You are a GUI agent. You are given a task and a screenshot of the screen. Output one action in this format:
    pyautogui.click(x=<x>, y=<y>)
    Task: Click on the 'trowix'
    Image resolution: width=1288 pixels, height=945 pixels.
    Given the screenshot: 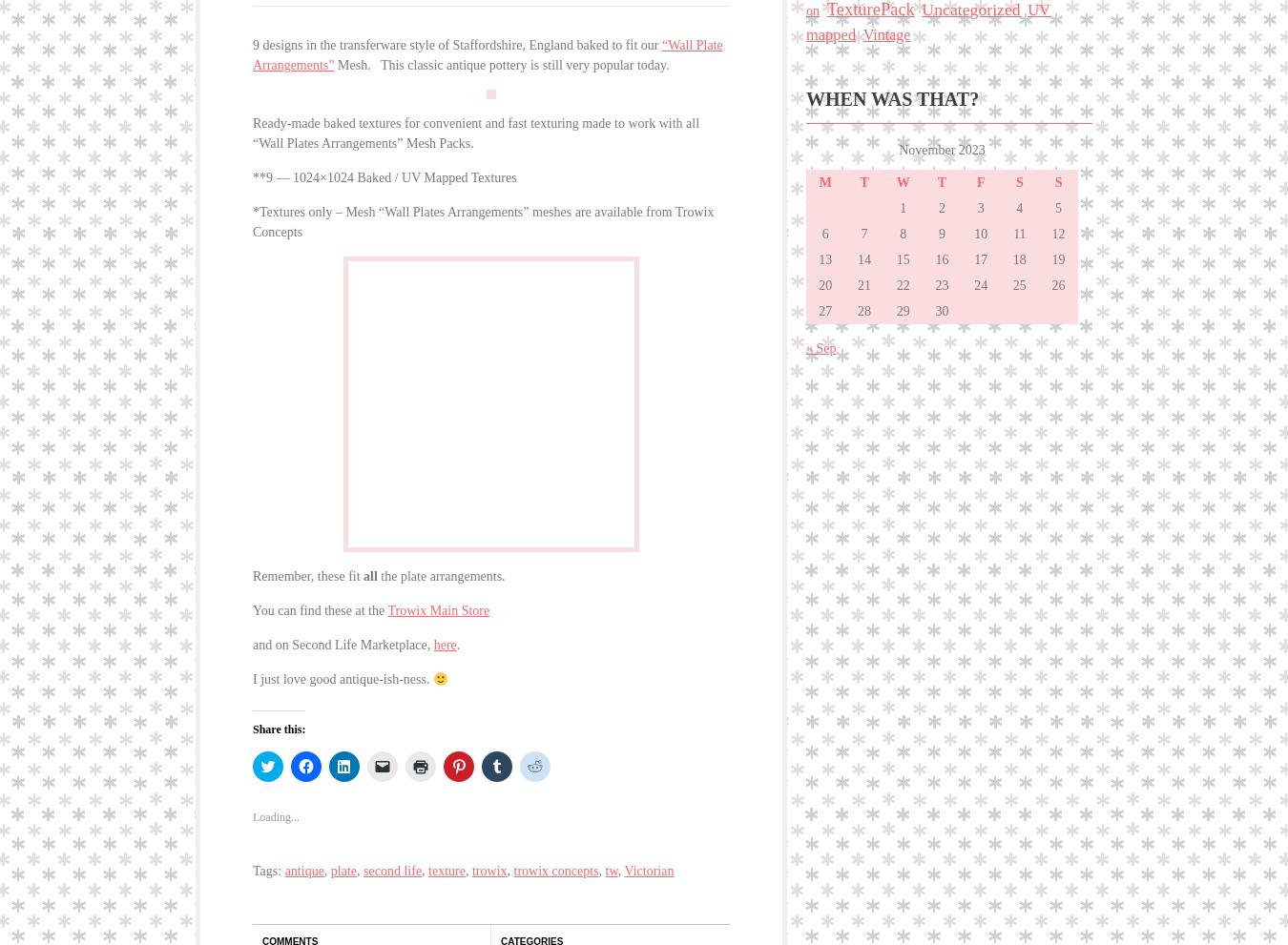 What is the action you would take?
    pyautogui.click(x=488, y=859)
    